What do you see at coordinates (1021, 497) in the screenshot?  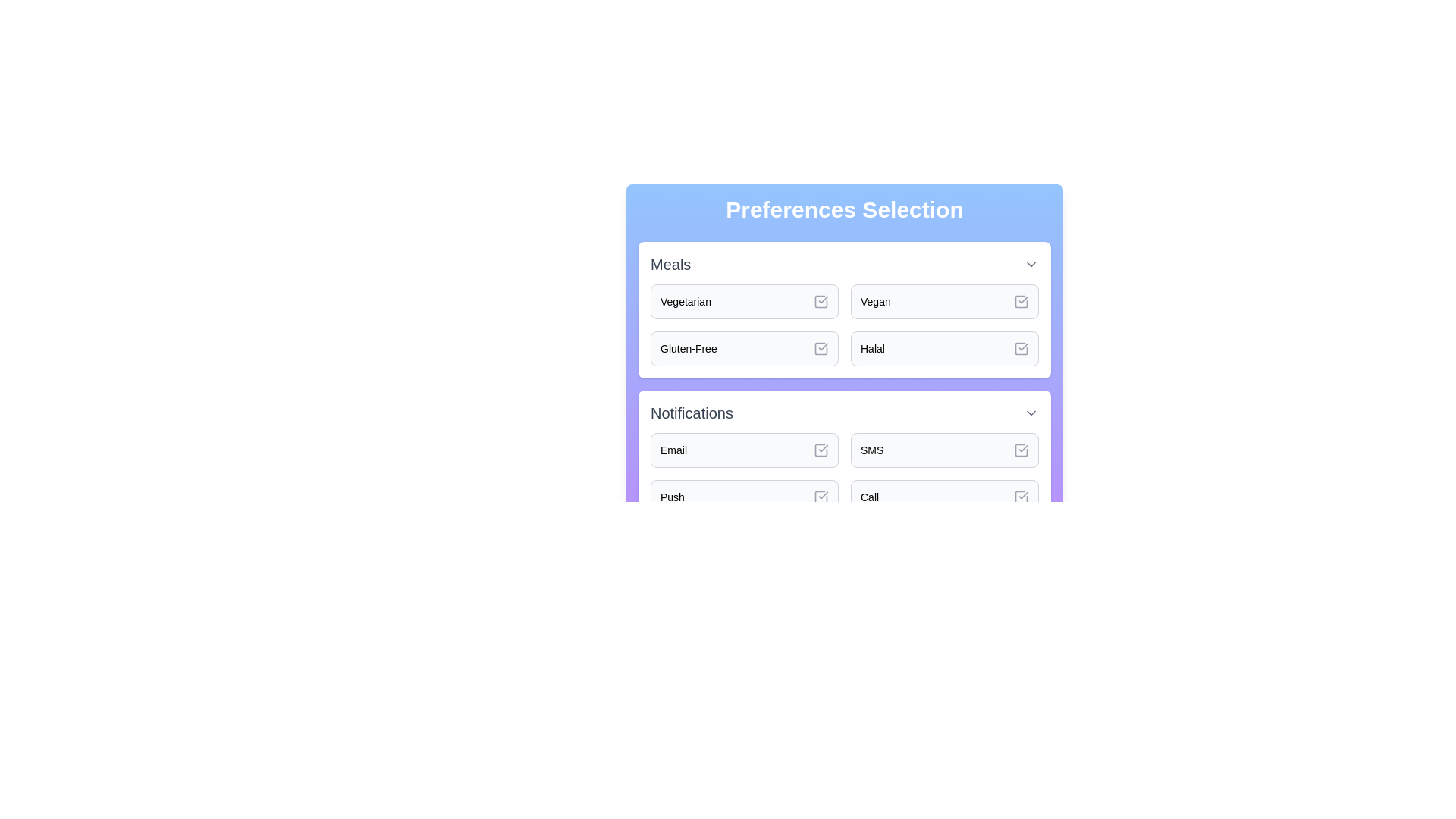 I see `the checkbox icon with a checkmark inside, located on the far right of the 'Call' option in the 'Notifications' section` at bounding box center [1021, 497].